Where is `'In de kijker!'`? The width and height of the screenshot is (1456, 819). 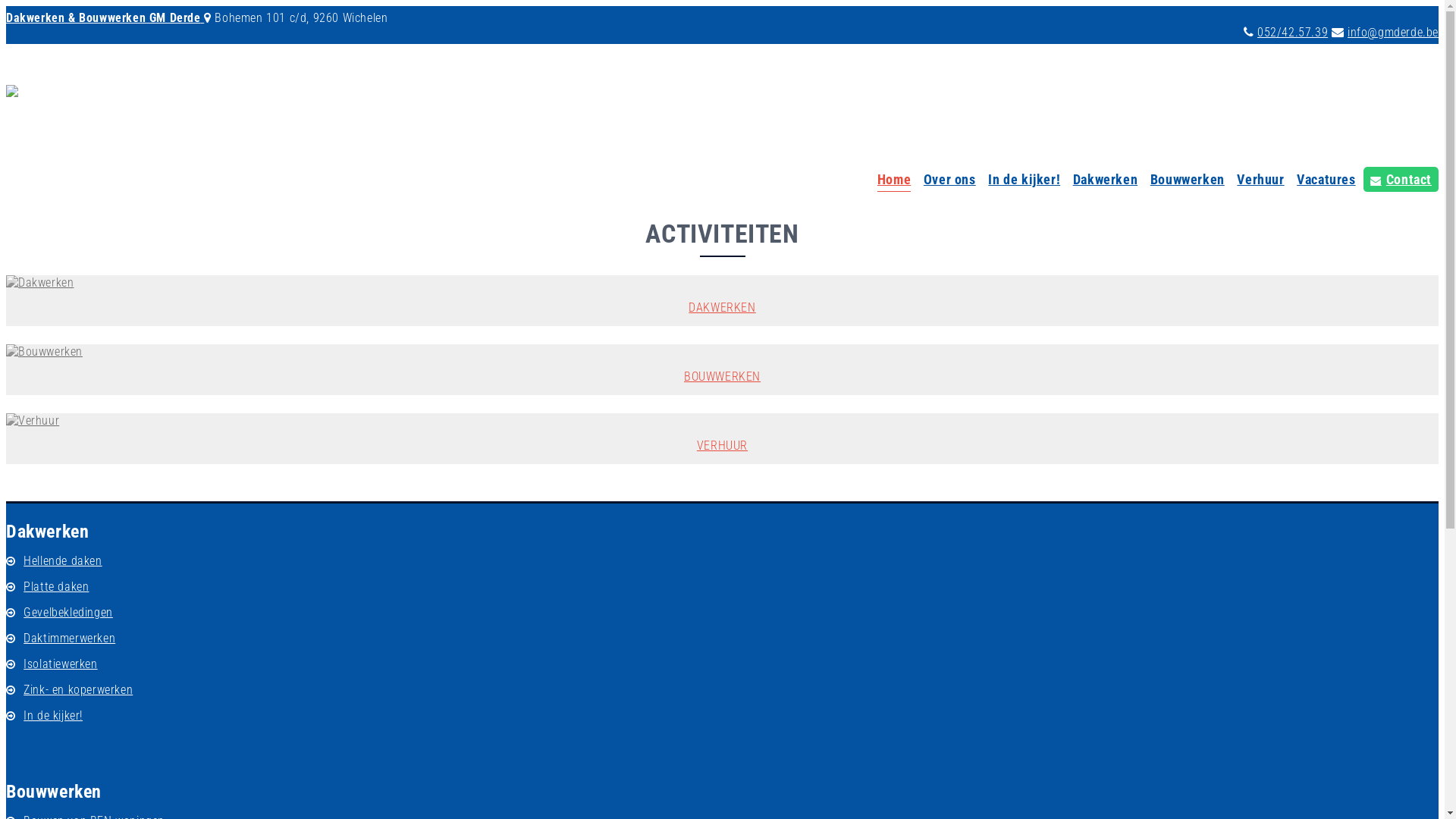 'In de kijker!' is located at coordinates (53, 715).